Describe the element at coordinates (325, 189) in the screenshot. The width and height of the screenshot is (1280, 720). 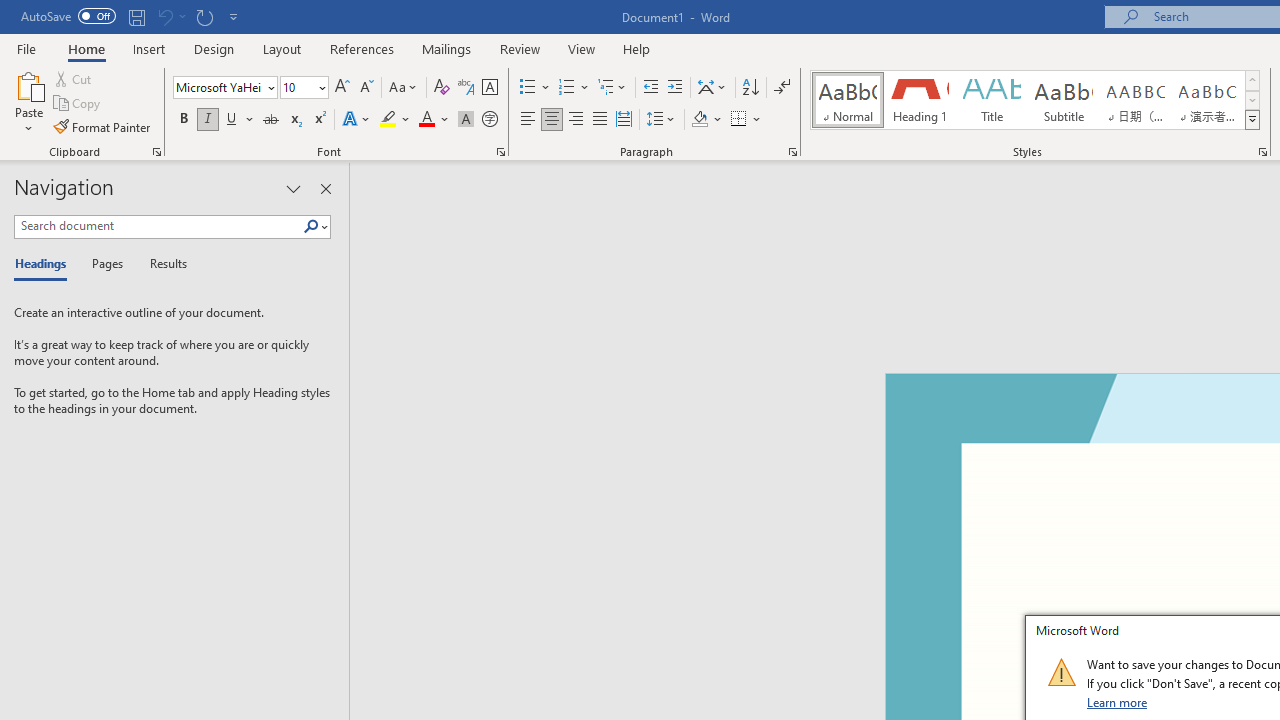
I see `'Close pane'` at that location.